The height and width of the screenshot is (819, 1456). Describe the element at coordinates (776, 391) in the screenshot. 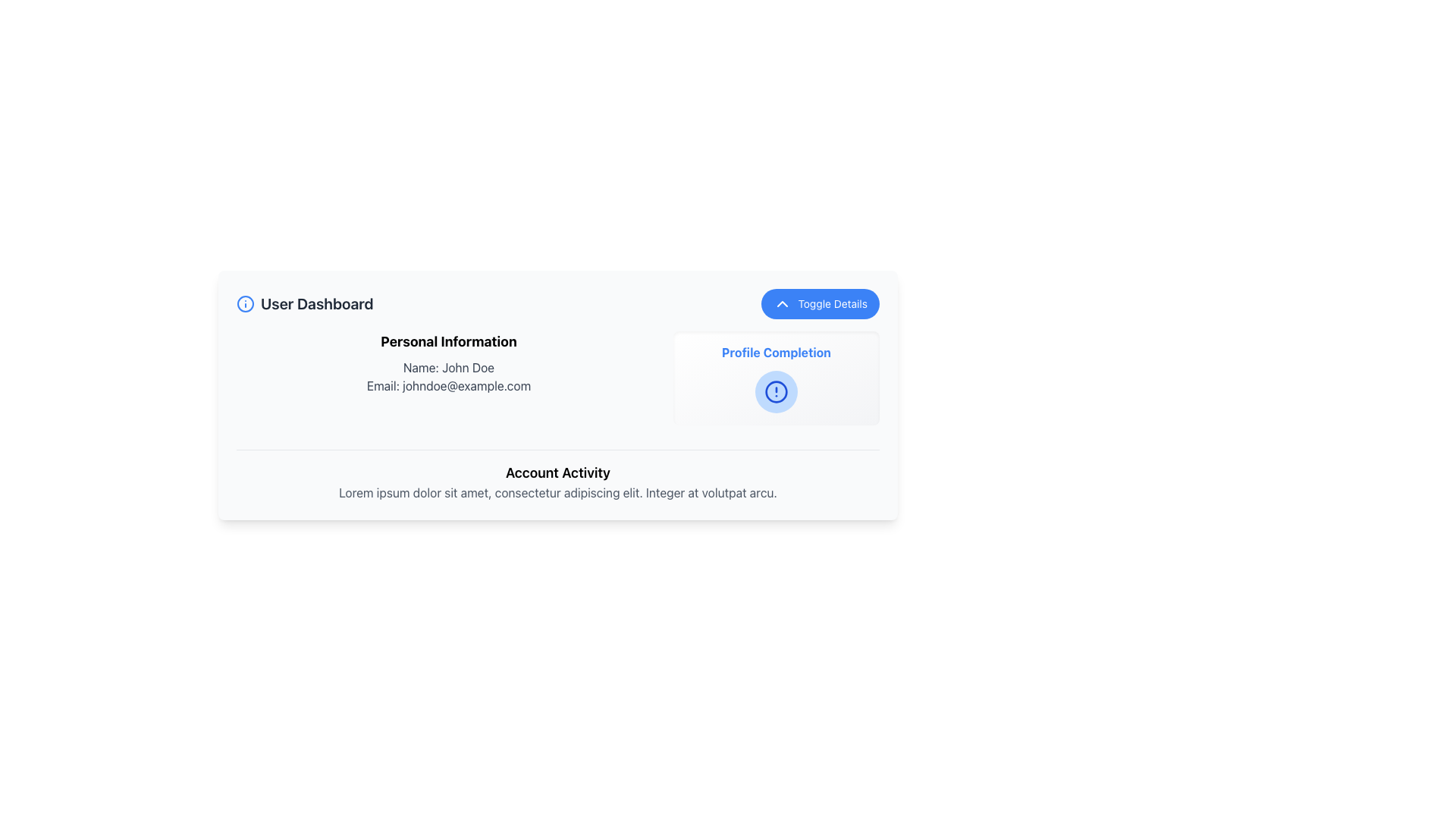

I see `the alert icon in the 'Profile Completion' section` at that location.